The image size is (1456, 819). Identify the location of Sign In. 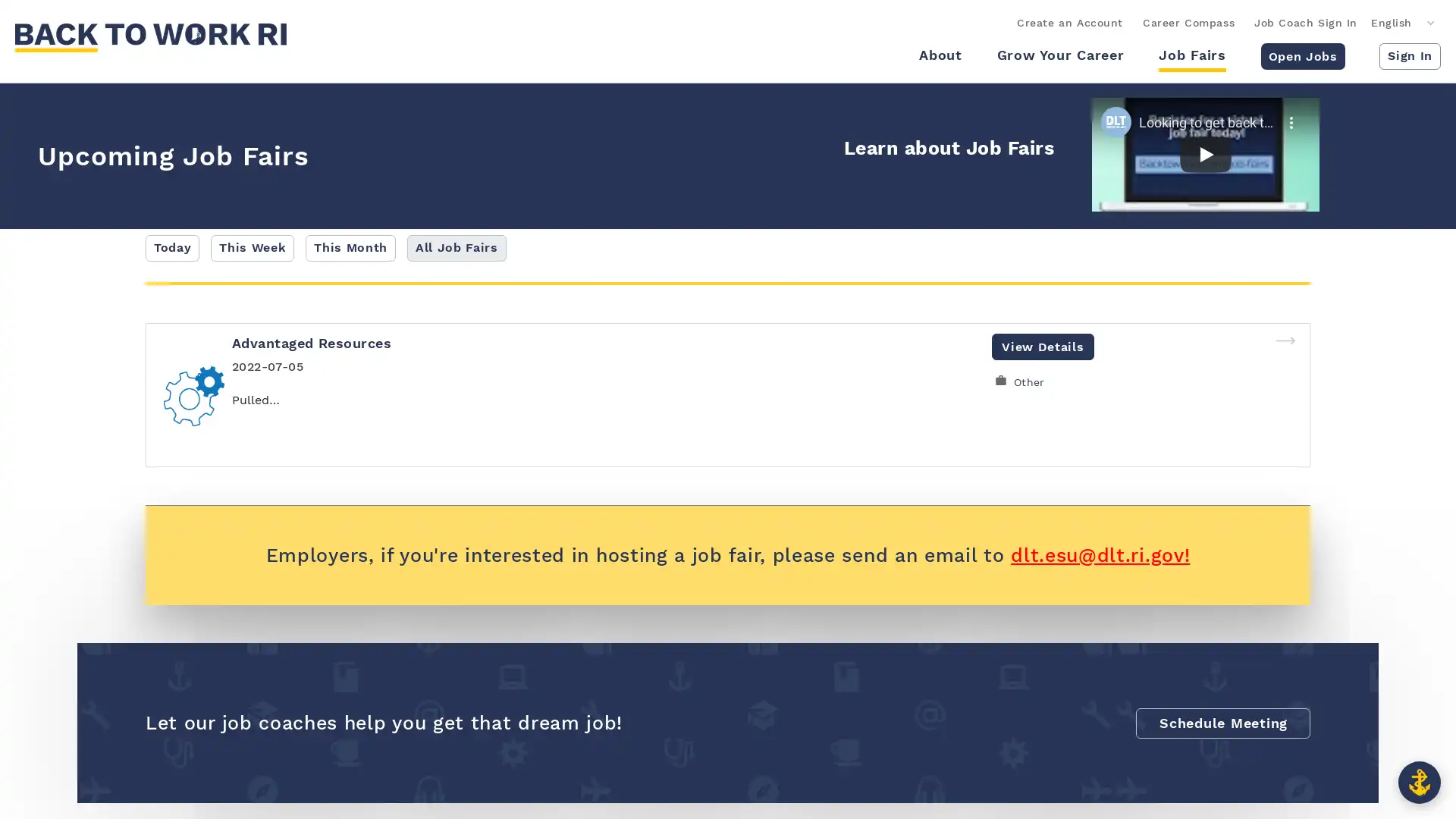
(1409, 55).